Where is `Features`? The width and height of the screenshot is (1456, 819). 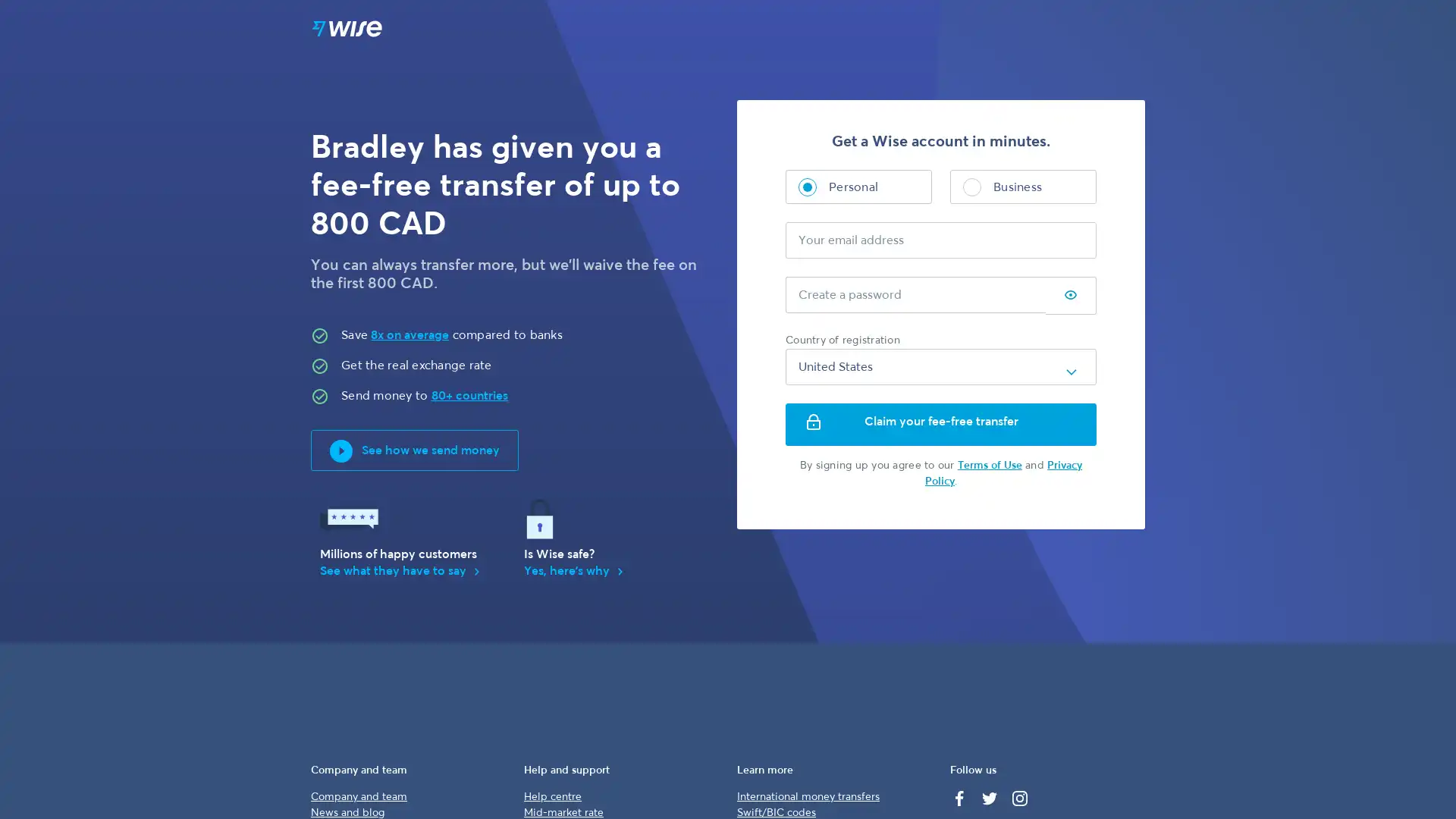
Features is located at coordinates (836, 30).